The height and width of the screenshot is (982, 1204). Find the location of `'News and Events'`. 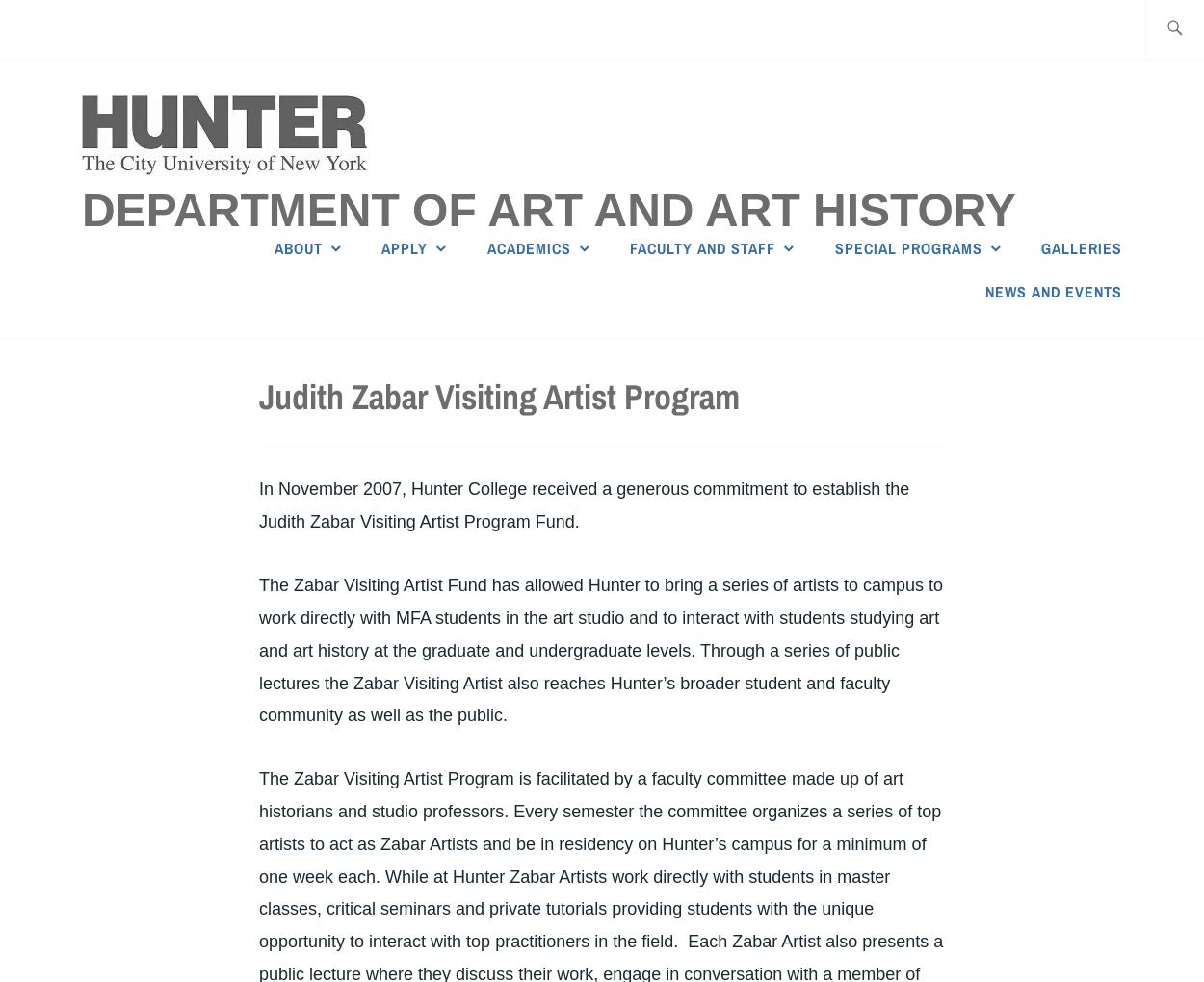

'News and Events' is located at coordinates (985, 292).